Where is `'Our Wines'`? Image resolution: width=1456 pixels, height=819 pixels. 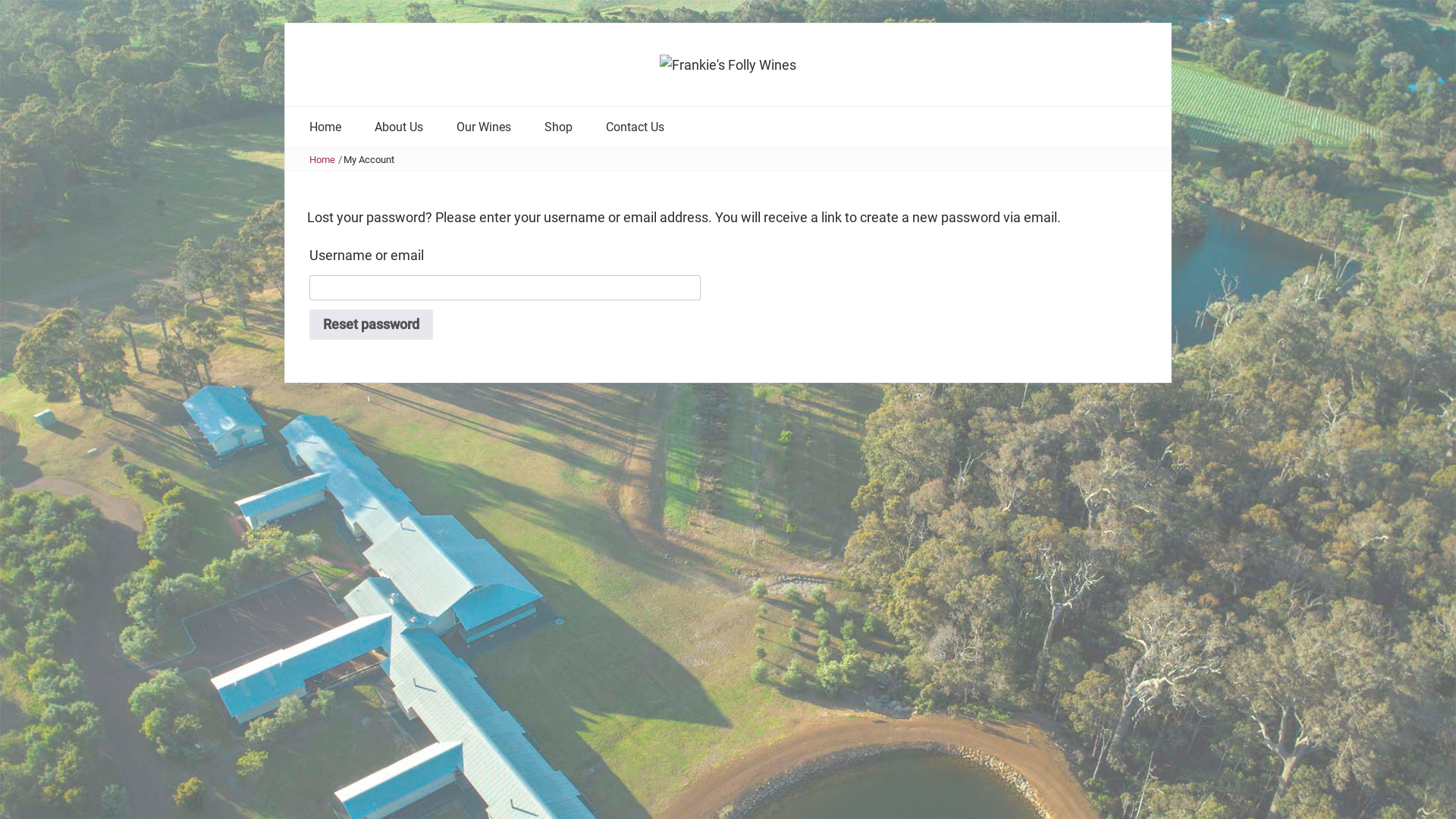 'Our Wines' is located at coordinates (483, 127).